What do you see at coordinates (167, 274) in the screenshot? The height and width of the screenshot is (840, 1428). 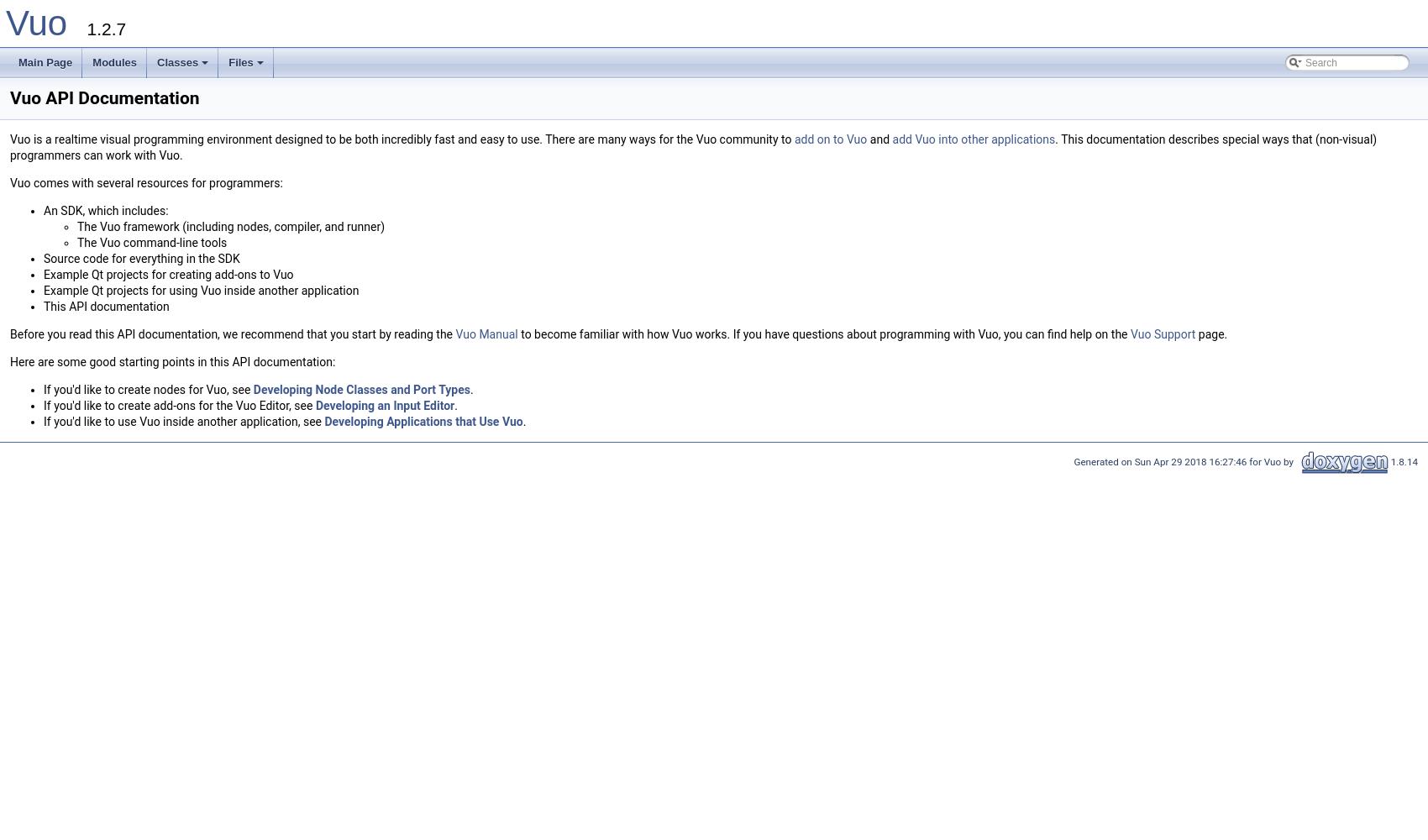 I see `'Example Qt projects for creating add-ons to Vuo'` at bounding box center [167, 274].